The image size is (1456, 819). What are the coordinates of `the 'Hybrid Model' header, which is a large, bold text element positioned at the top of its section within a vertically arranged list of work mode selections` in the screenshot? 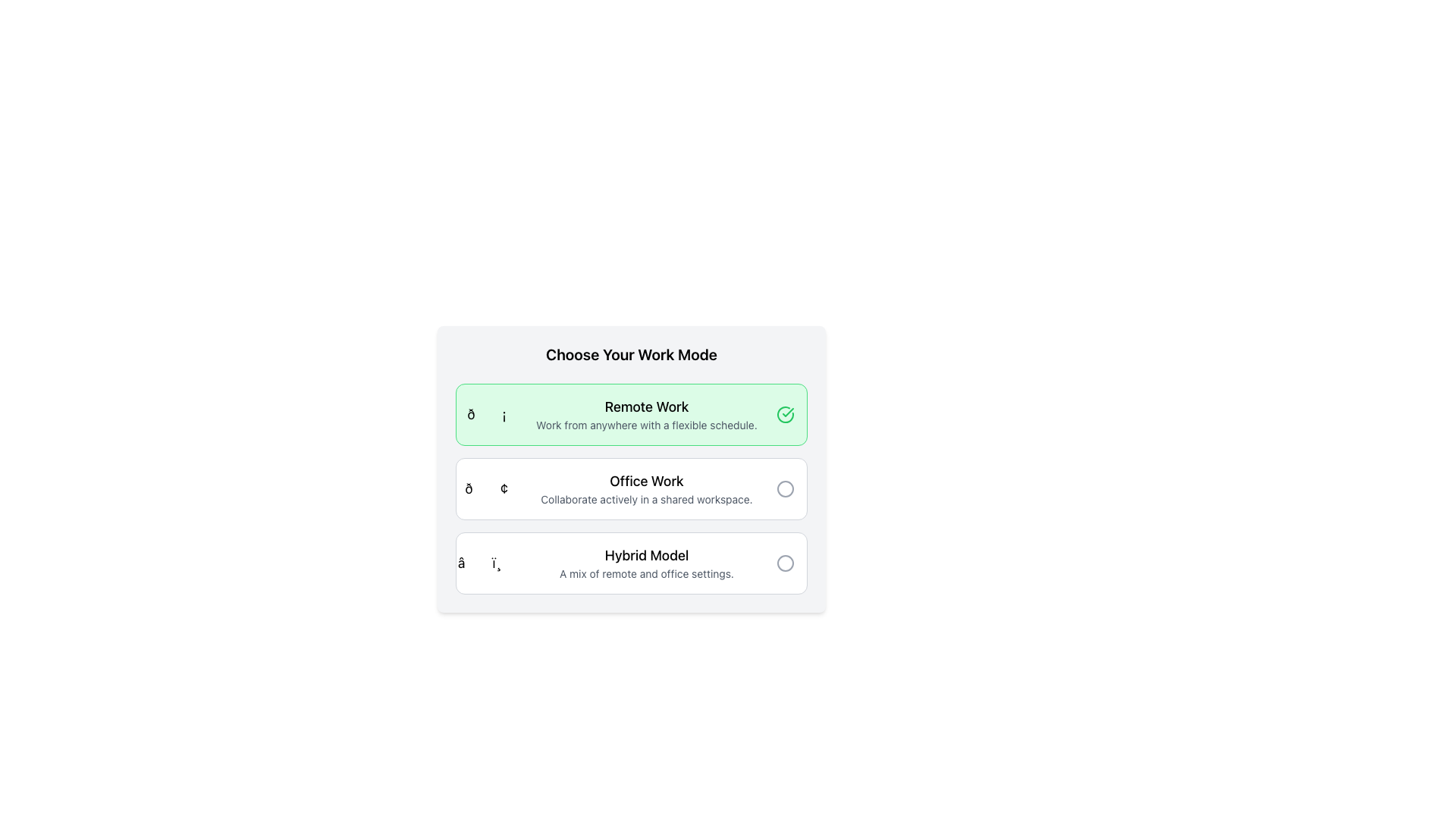 It's located at (647, 555).